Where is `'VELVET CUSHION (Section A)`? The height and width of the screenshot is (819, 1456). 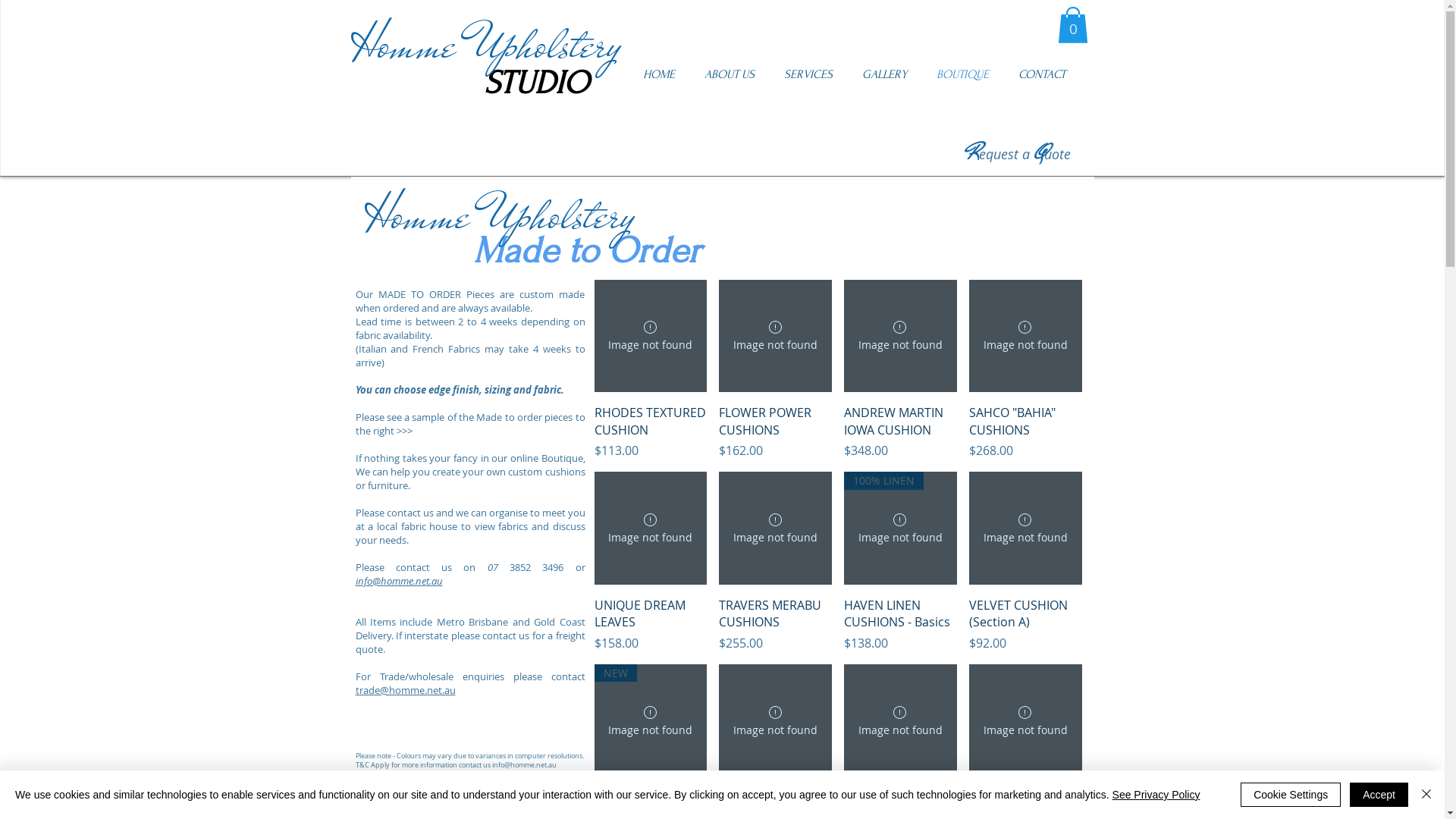 'VELVET CUSHION (Section A) is located at coordinates (1025, 624).